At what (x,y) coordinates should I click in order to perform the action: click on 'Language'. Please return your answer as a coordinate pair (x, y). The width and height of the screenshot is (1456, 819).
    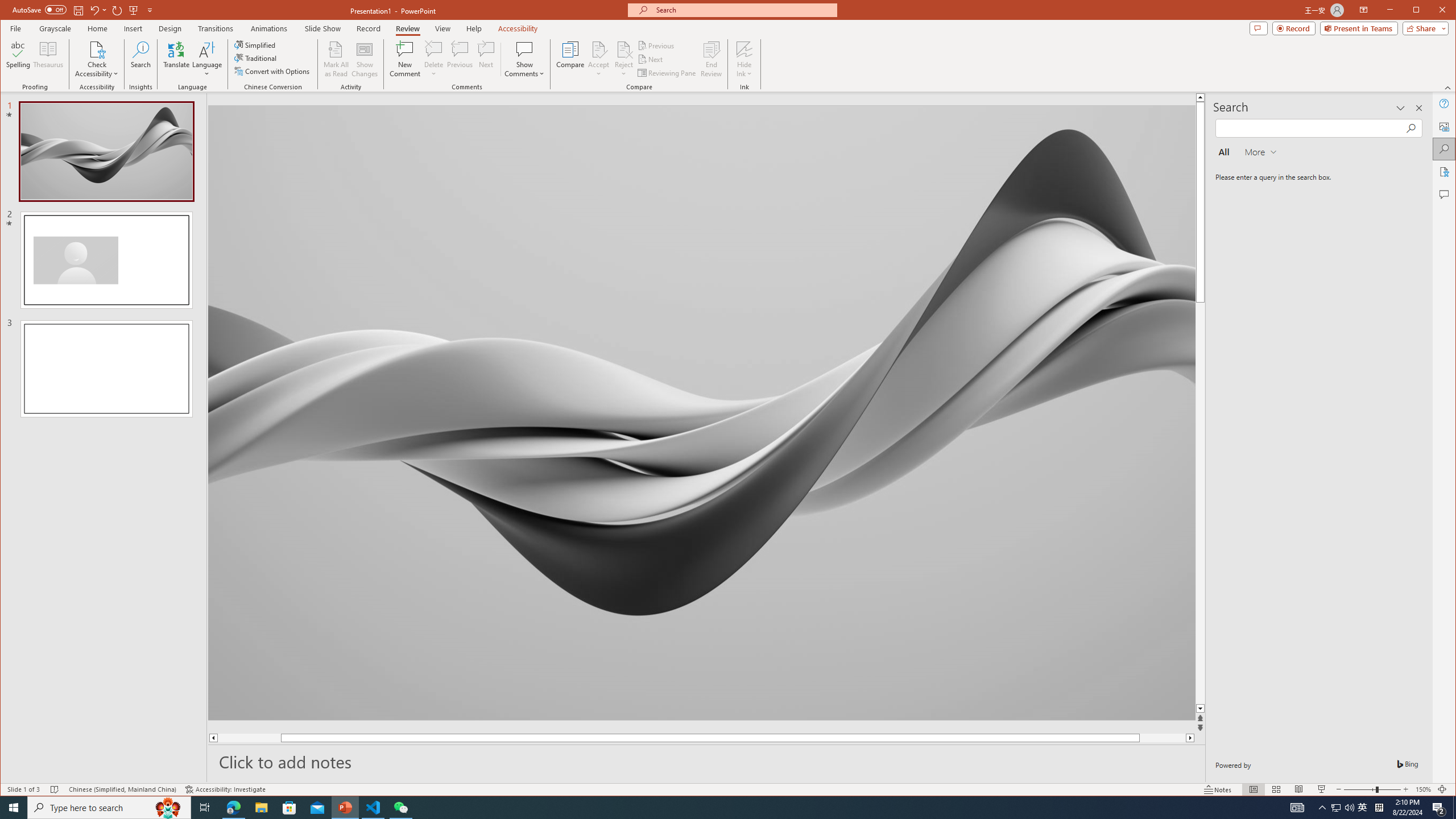
    Looking at the image, I should click on (206, 59).